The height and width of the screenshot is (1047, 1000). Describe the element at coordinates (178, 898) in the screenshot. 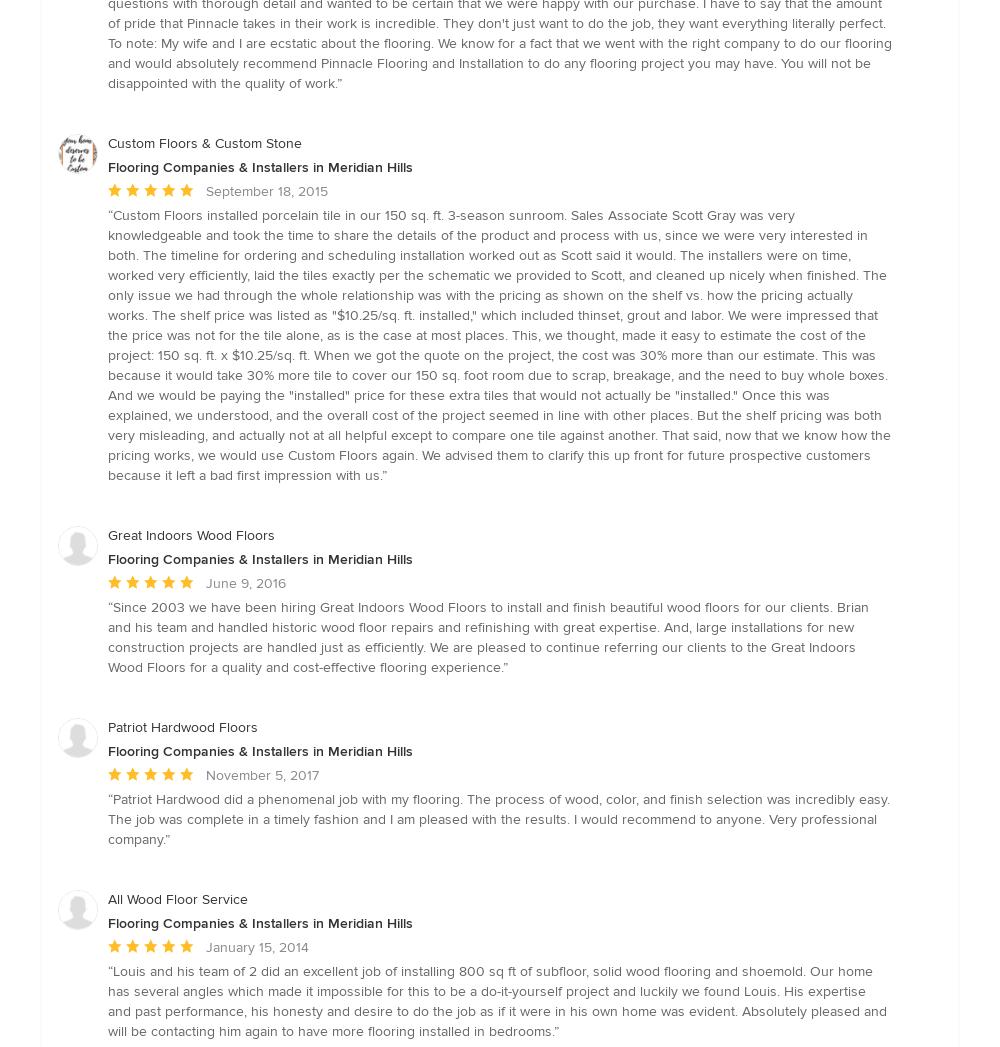

I see `'All Wood Floor Service'` at that location.